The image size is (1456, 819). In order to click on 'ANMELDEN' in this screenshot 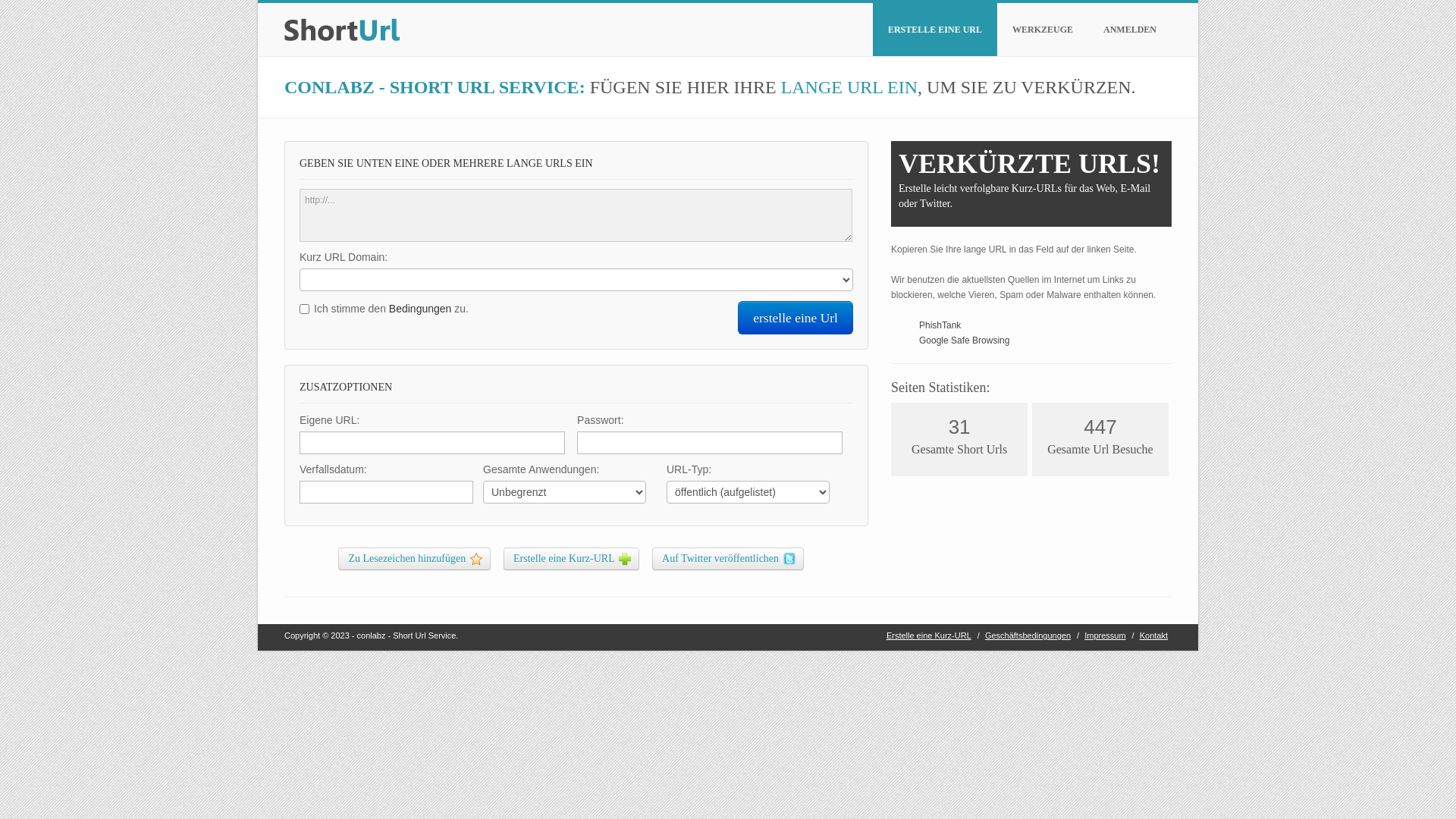, I will do `click(1129, 29)`.